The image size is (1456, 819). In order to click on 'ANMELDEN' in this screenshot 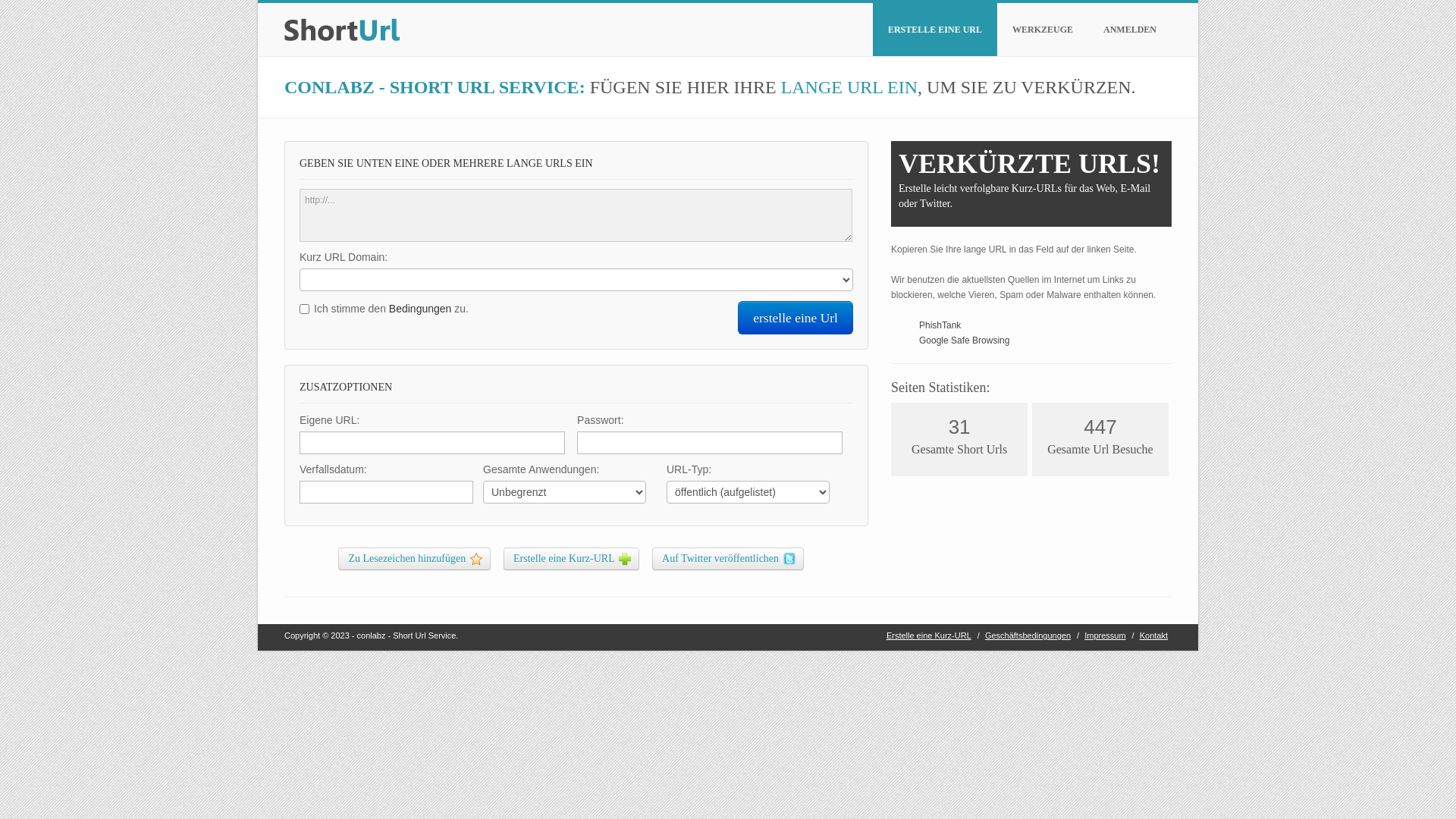, I will do `click(1129, 29)`.